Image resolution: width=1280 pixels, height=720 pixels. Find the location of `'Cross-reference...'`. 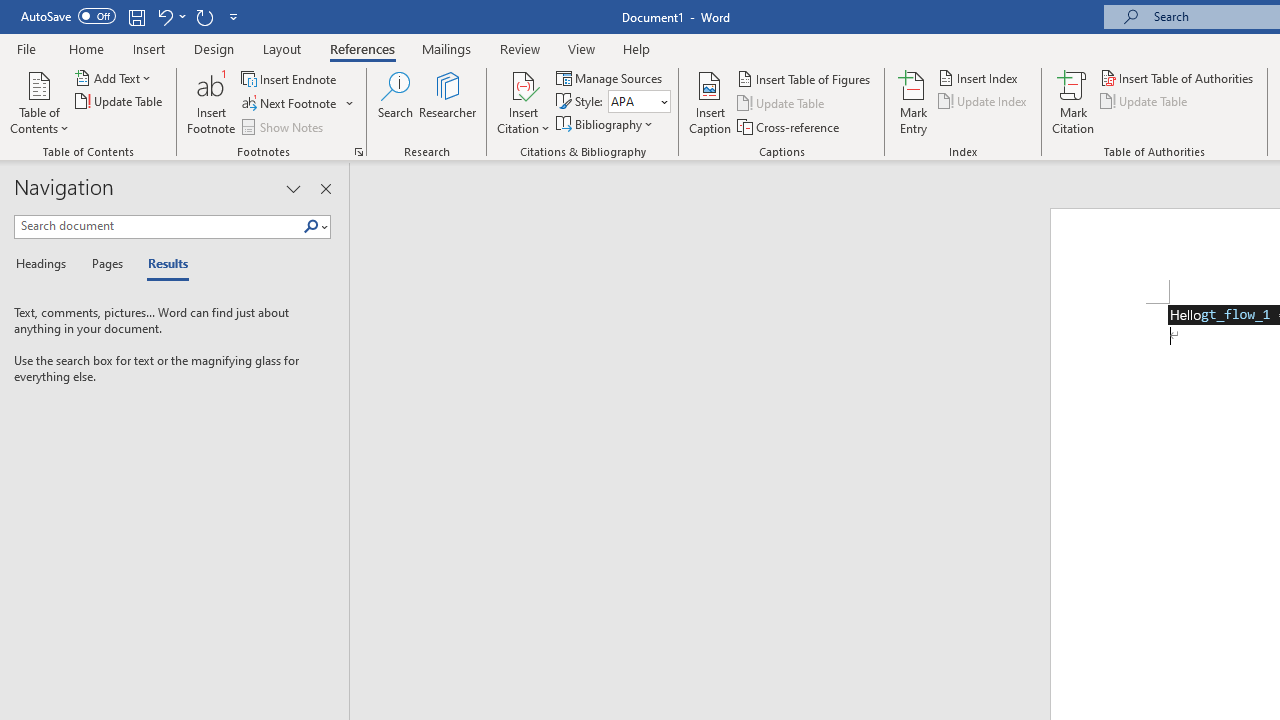

'Cross-reference...' is located at coordinates (788, 127).